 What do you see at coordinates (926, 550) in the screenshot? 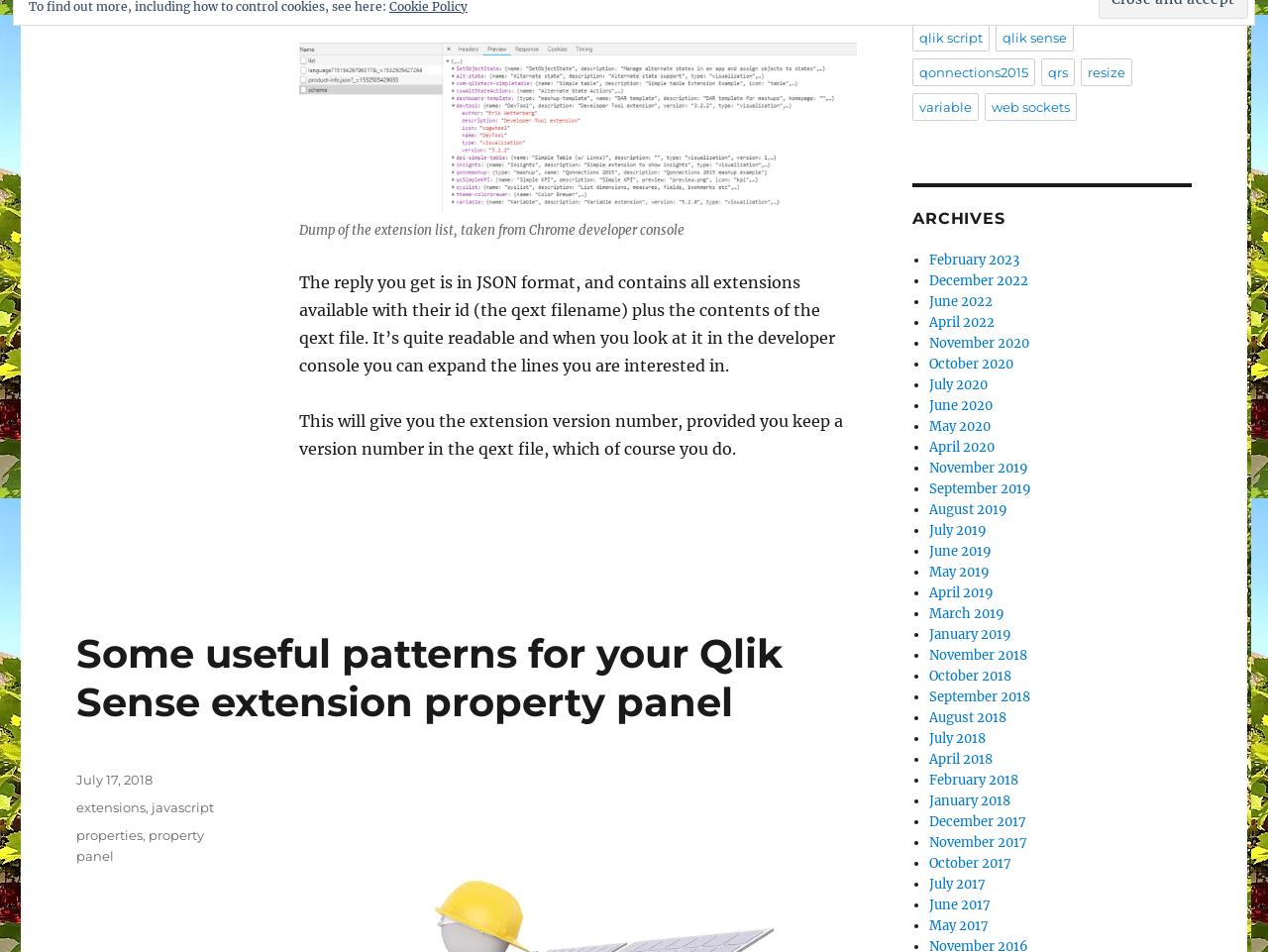
I see `'June 2019'` at bounding box center [926, 550].